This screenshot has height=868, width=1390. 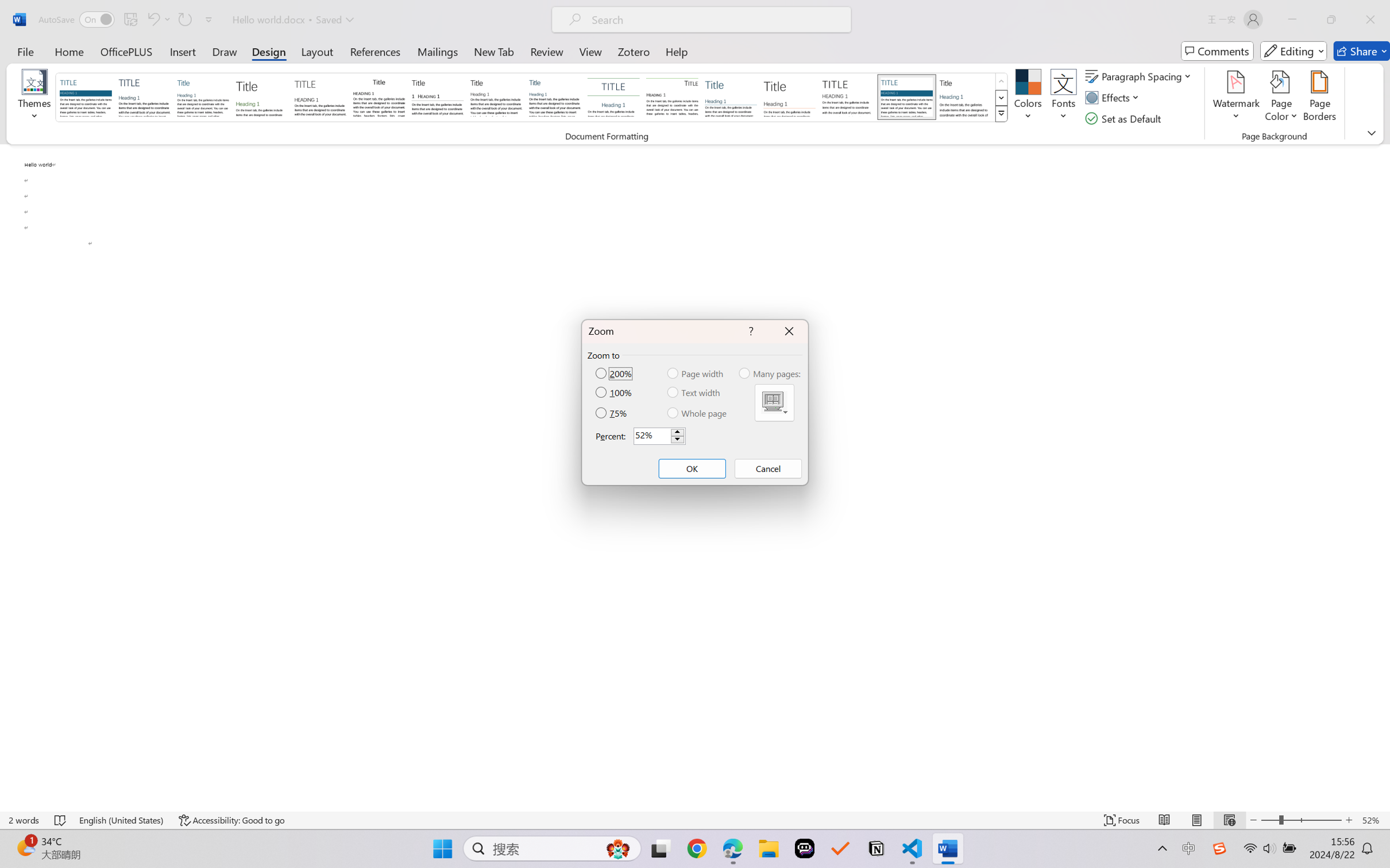 I want to click on 'Read Mode', so click(x=1164, y=820).